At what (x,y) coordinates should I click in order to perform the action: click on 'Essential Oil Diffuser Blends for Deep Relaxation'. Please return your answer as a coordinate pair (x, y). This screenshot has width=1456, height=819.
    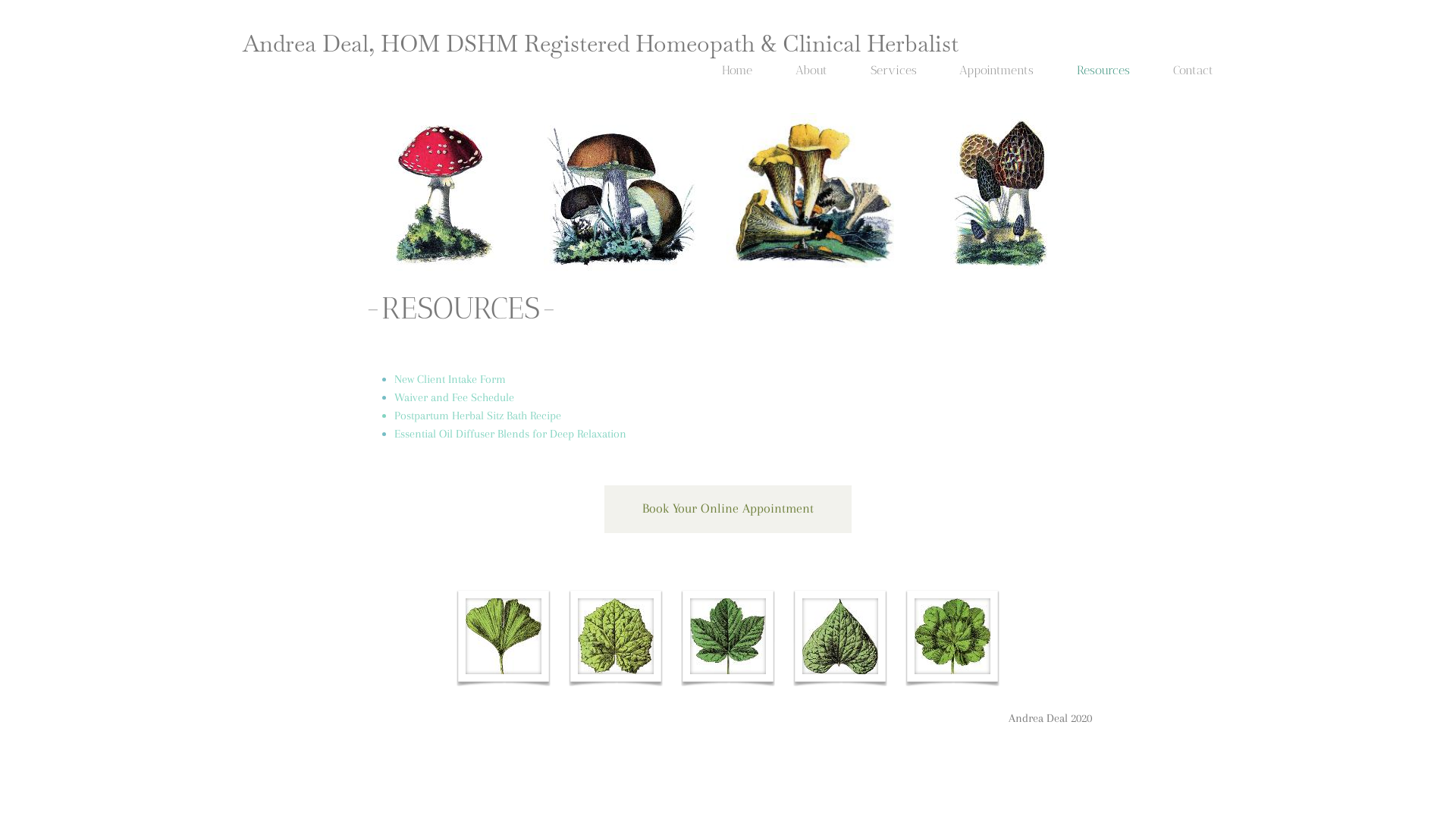
    Looking at the image, I should click on (510, 433).